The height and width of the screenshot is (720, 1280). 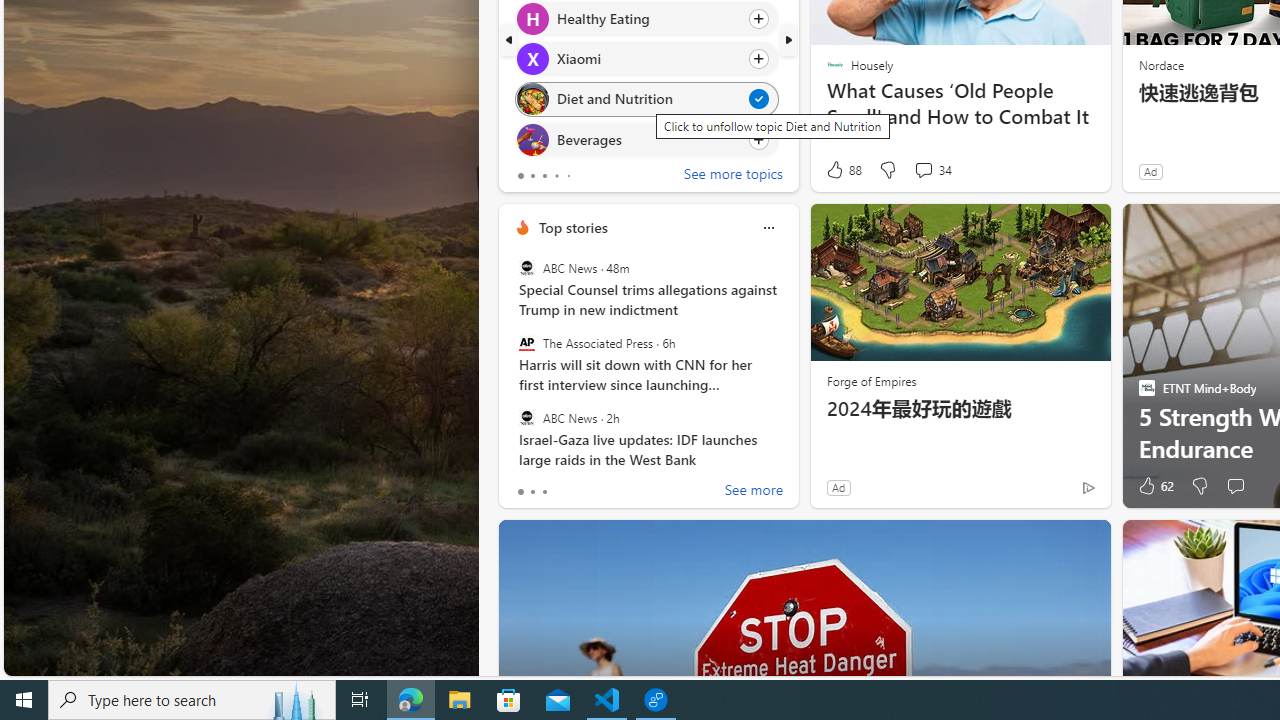 What do you see at coordinates (567, 175) in the screenshot?
I see `'tab-4'` at bounding box center [567, 175].